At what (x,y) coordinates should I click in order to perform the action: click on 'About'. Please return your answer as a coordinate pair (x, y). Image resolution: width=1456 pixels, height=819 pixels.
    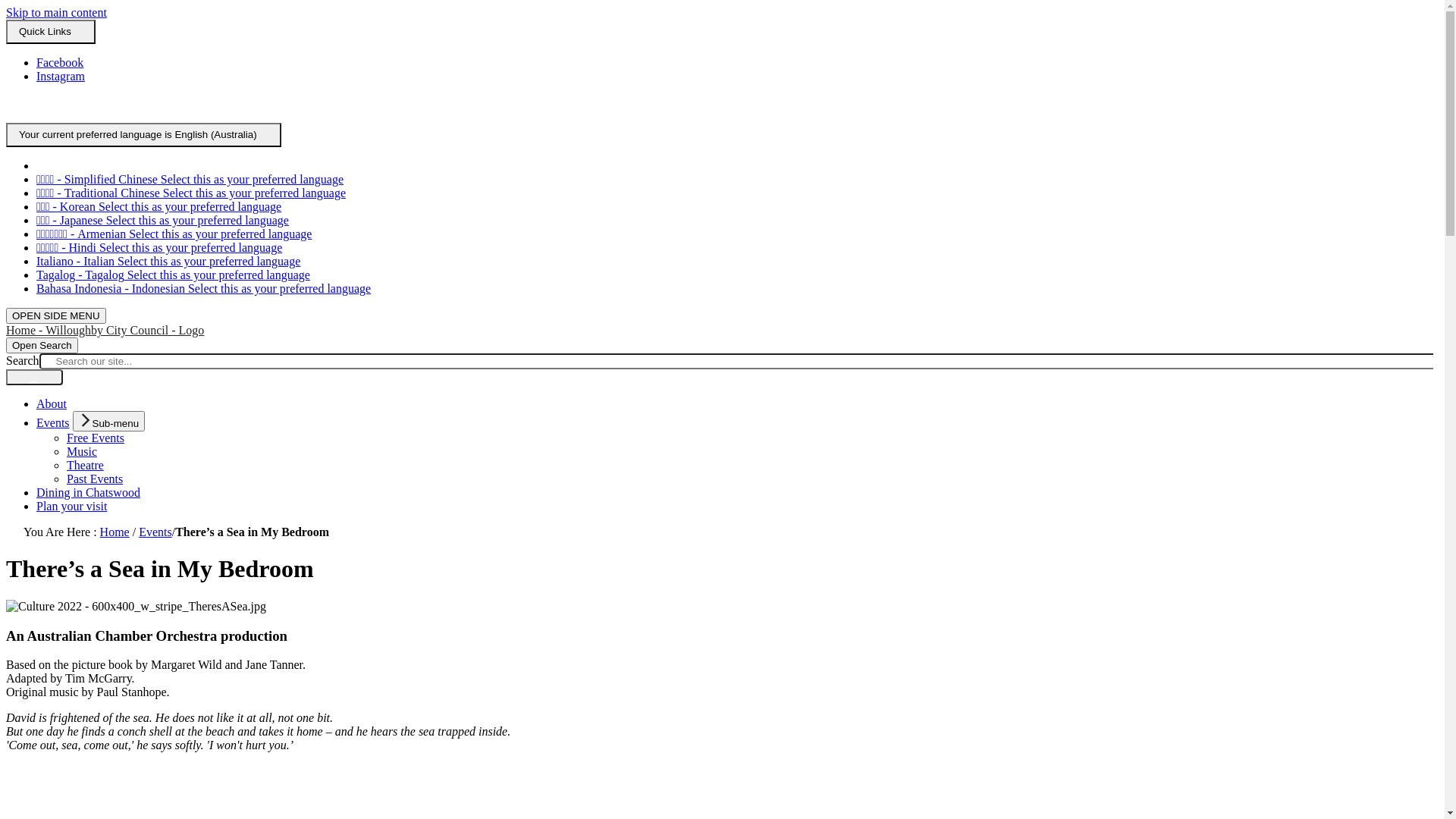
    Looking at the image, I should click on (51, 403).